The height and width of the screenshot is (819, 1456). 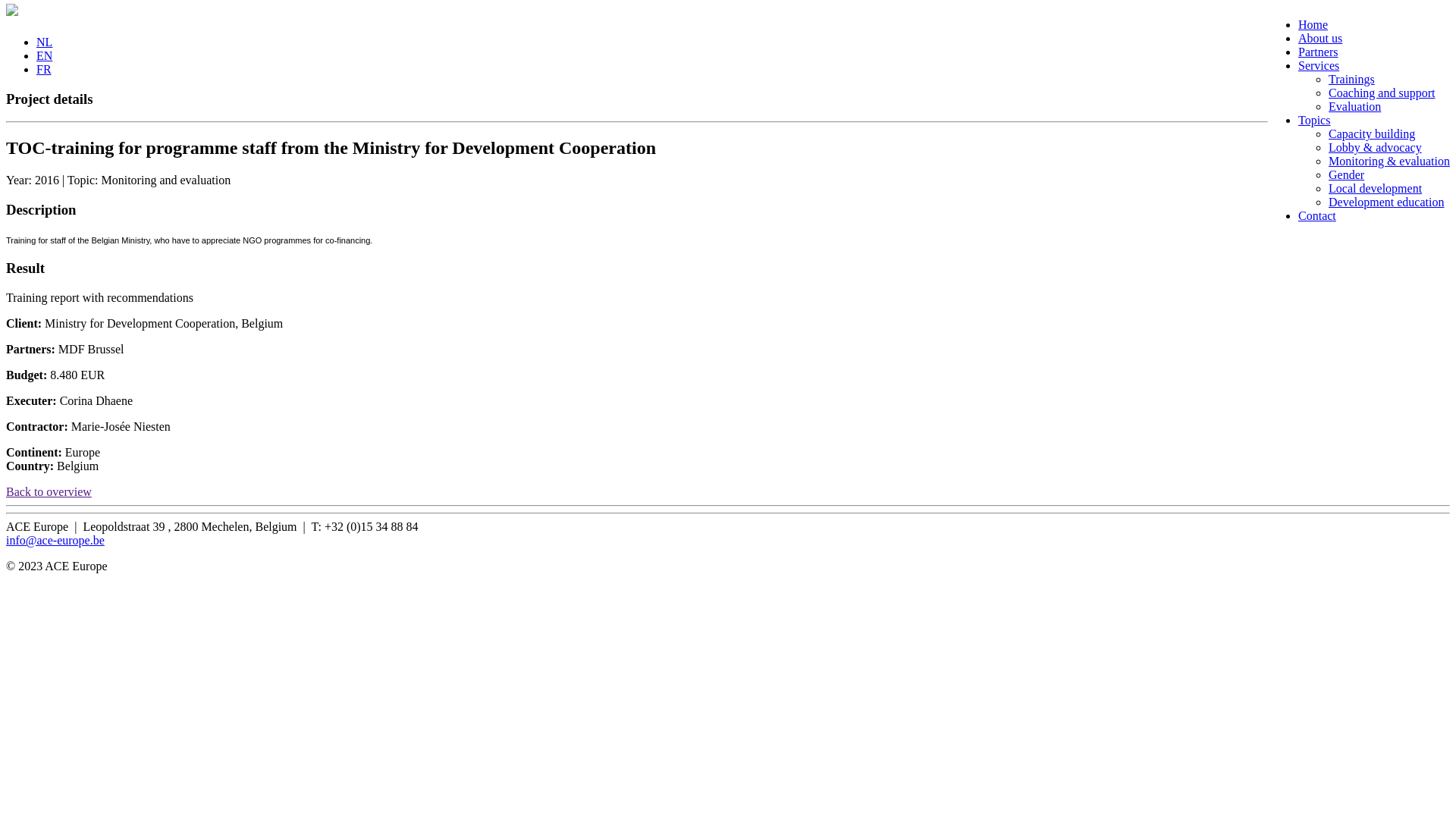 I want to click on 'Monitoring & evaluation', so click(x=1389, y=161).